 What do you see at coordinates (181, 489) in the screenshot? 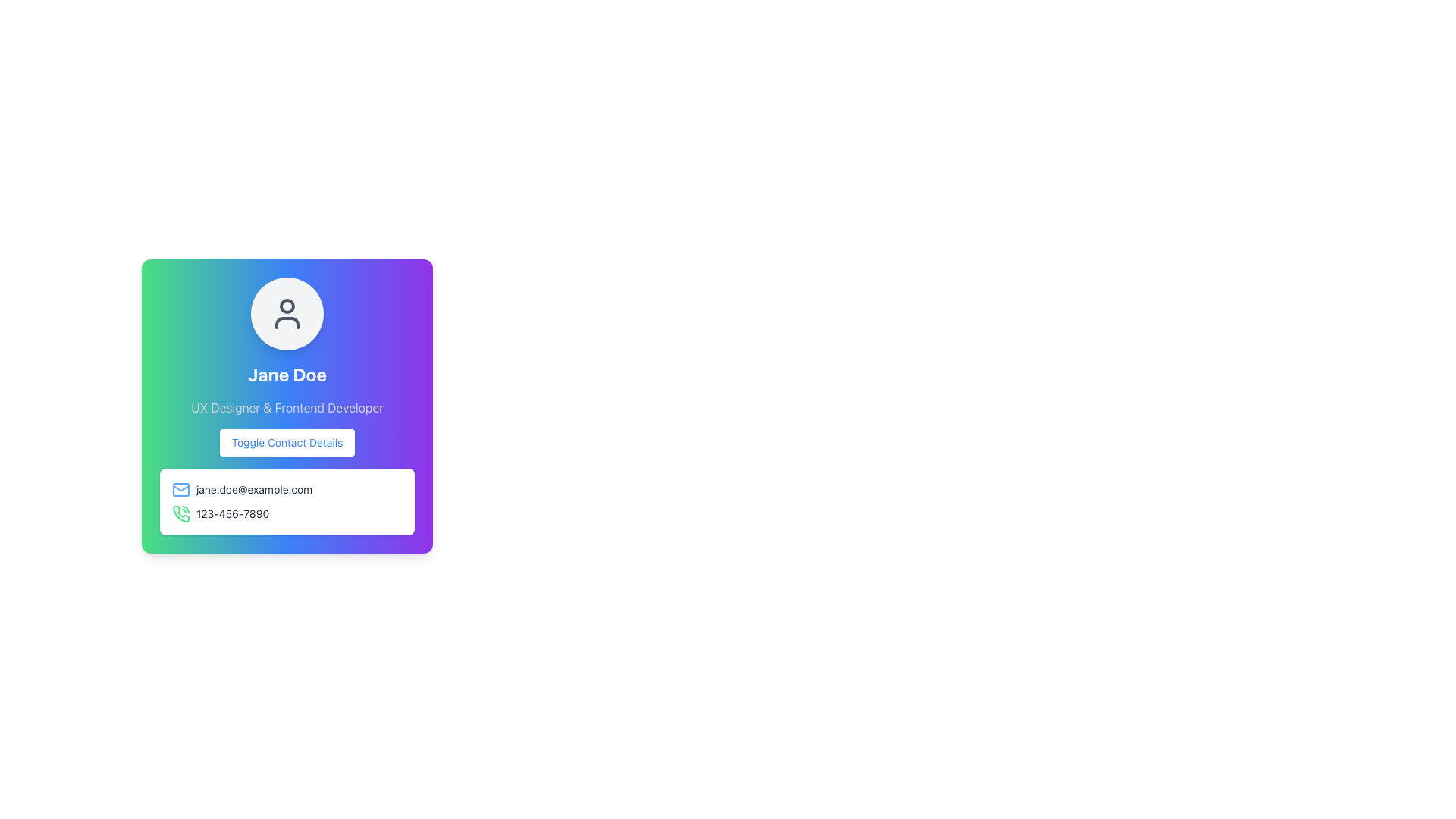
I see `the envelope icon representing an email, which is positioned to the left of the text 'jane.doe@example.com' in the contact information section of the user's profile card` at bounding box center [181, 489].